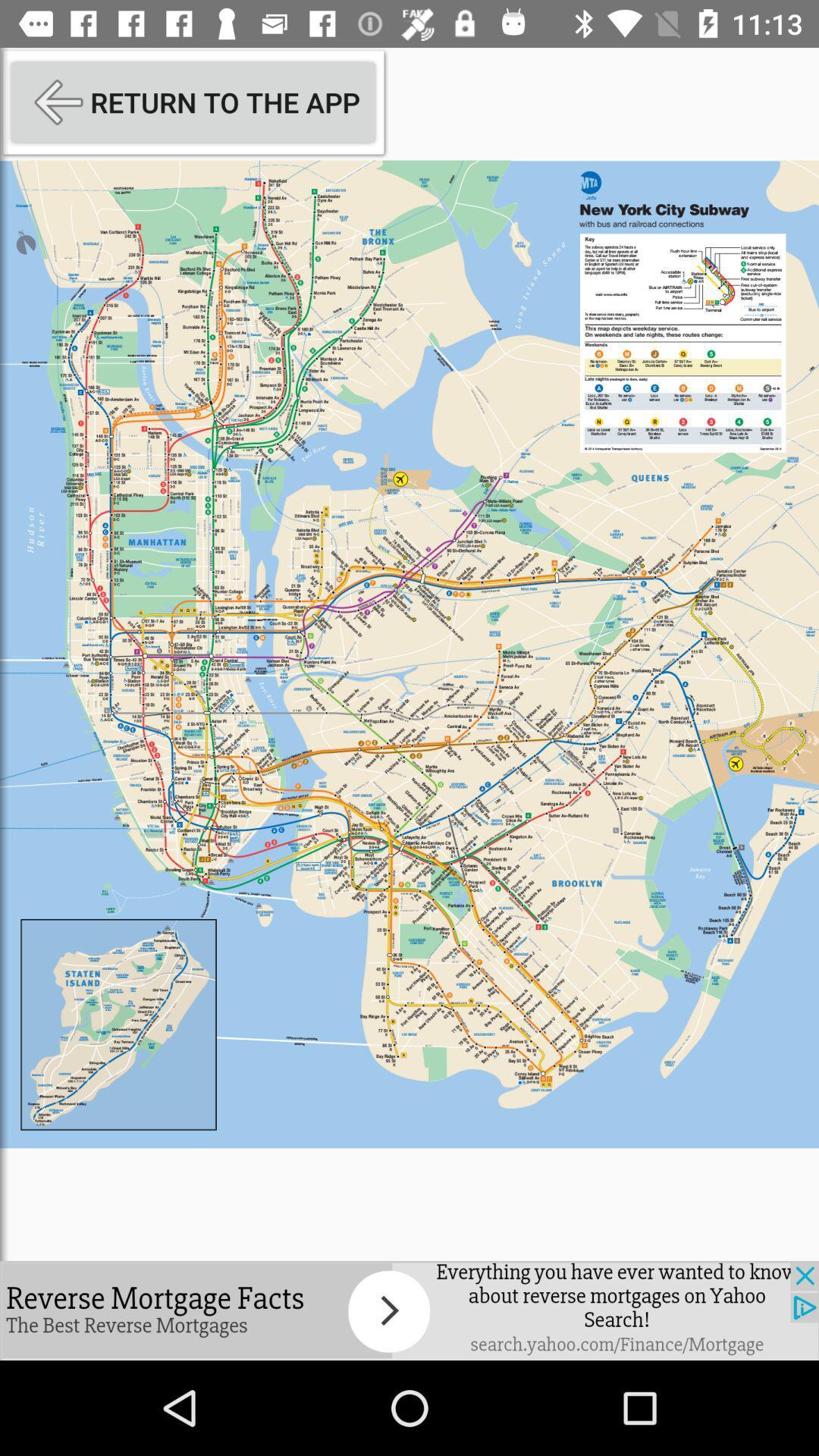  I want to click on open webpage of displayed advertisement, so click(409, 1310).